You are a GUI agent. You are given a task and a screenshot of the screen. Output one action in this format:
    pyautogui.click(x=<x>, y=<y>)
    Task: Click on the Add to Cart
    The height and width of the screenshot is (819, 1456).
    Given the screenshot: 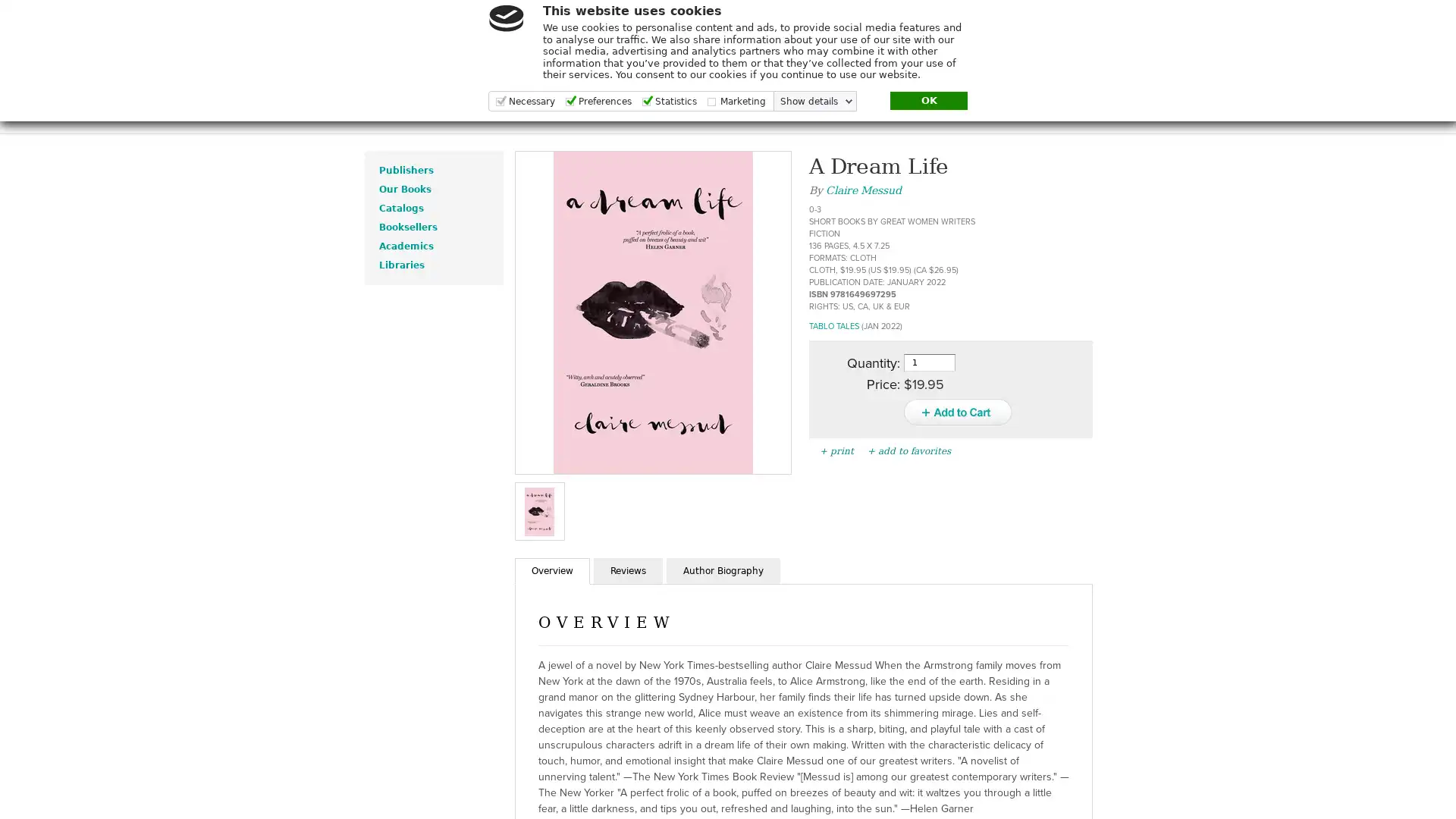 What is the action you would take?
    pyautogui.click(x=956, y=412)
    